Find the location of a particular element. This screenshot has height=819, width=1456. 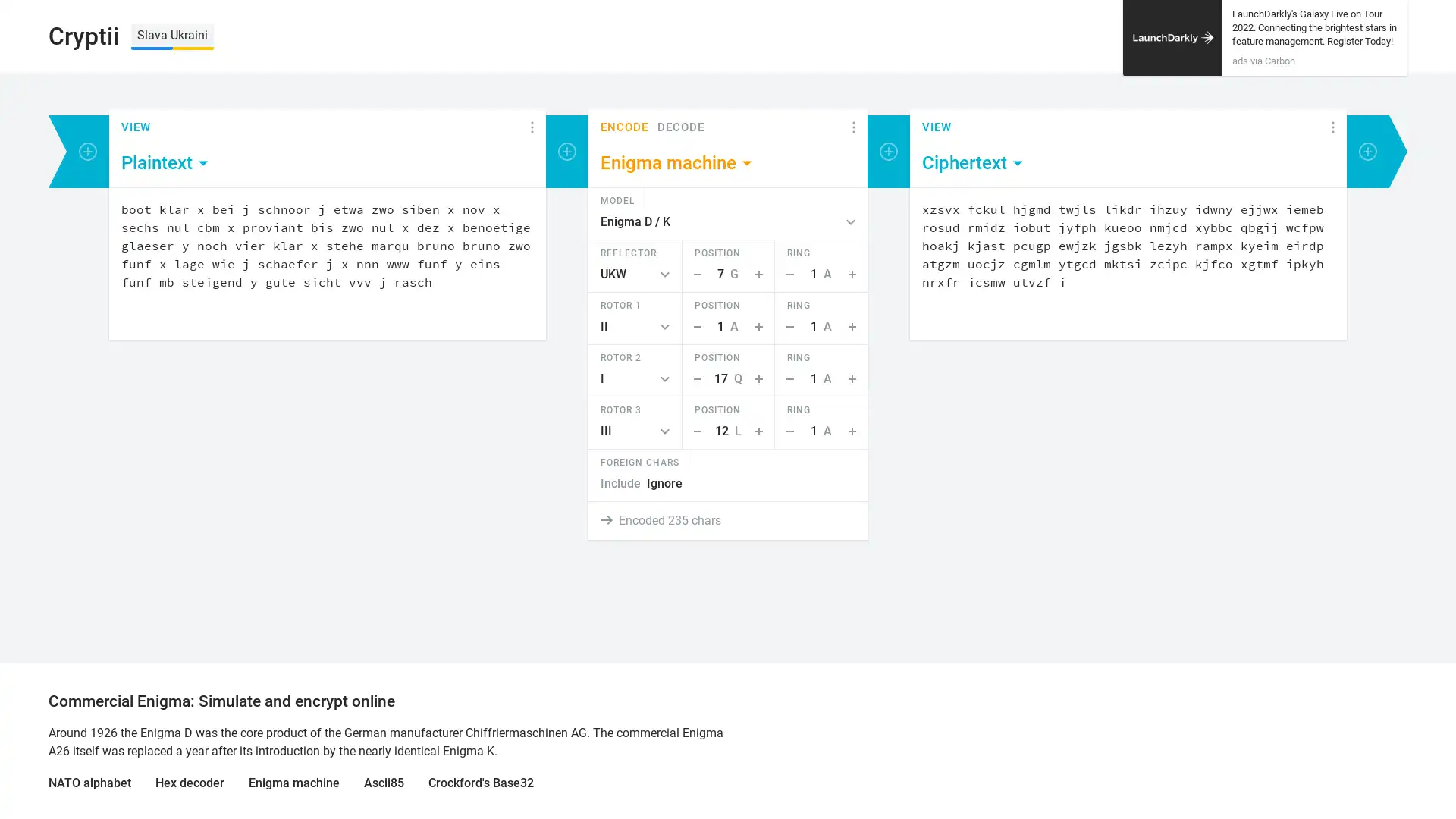

Step Down is located at coordinates (693, 431).